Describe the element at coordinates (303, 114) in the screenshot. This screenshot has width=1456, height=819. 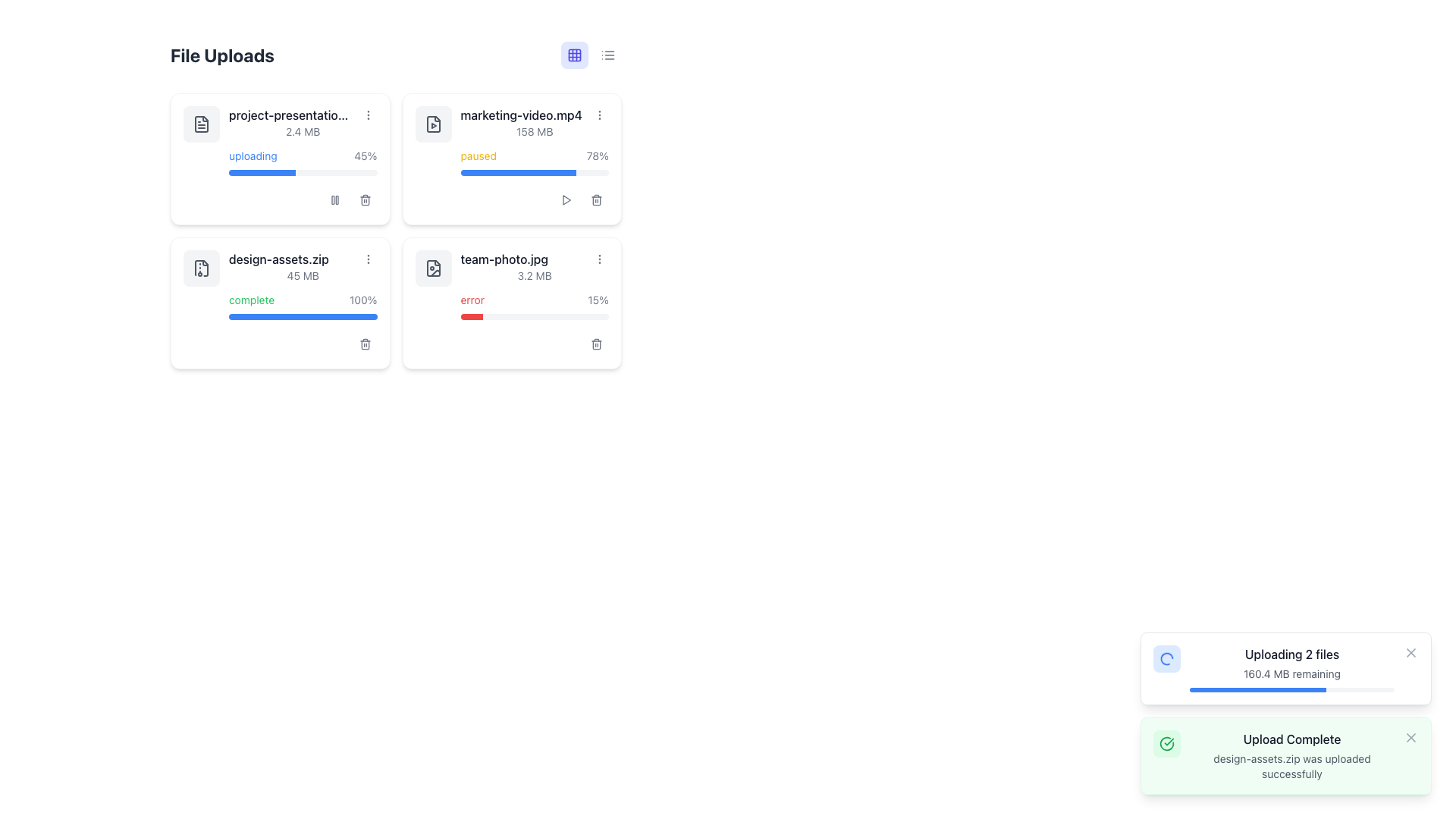
I see `the text label displaying 'project-presentation.pptx'` at that location.